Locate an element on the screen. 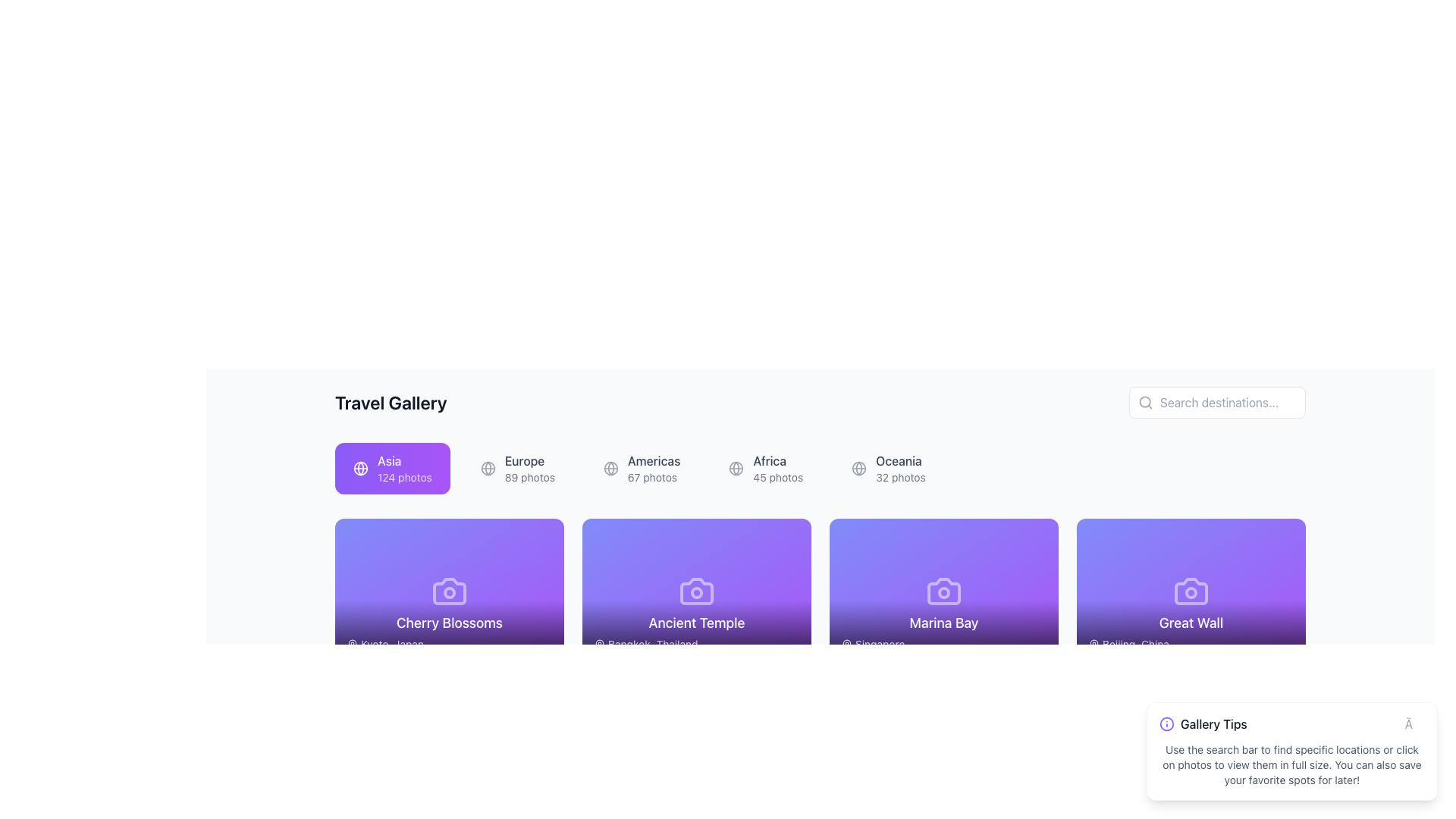 Image resolution: width=1456 pixels, height=819 pixels. the 'Travel Gallery' label, which is prominently displayed in a larger, bold font in black or dark gray on a light background, located in the top-left section of the interface is located at coordinates (391, 402).